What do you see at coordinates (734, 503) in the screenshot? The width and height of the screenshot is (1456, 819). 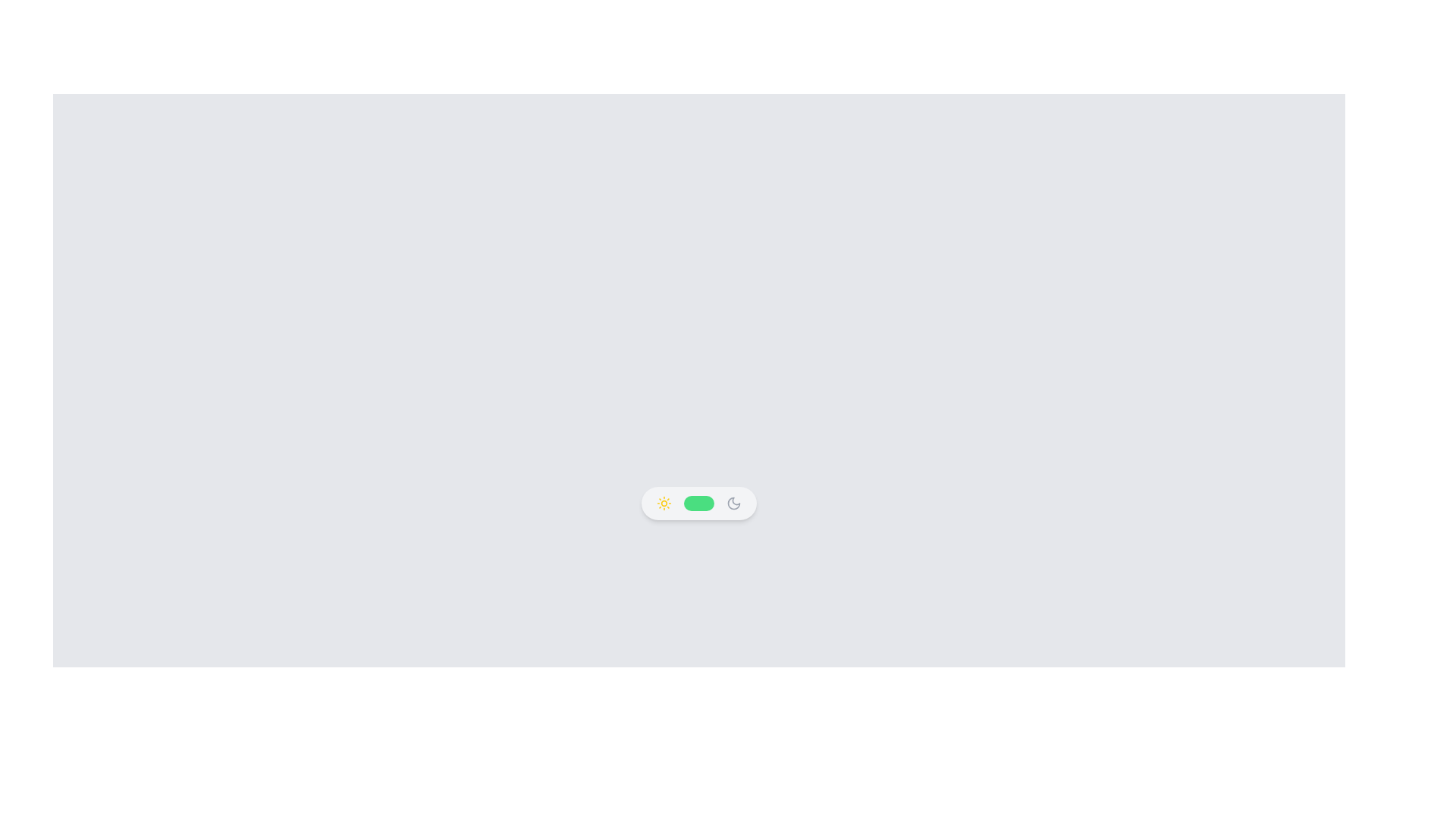 I see `the crescent moon graphic icon, which is a gray hollow design associated with dark mode toggles, located in the left segment of the toggle-like control at the bottom center of the interface` at bounding box center [734, 503].